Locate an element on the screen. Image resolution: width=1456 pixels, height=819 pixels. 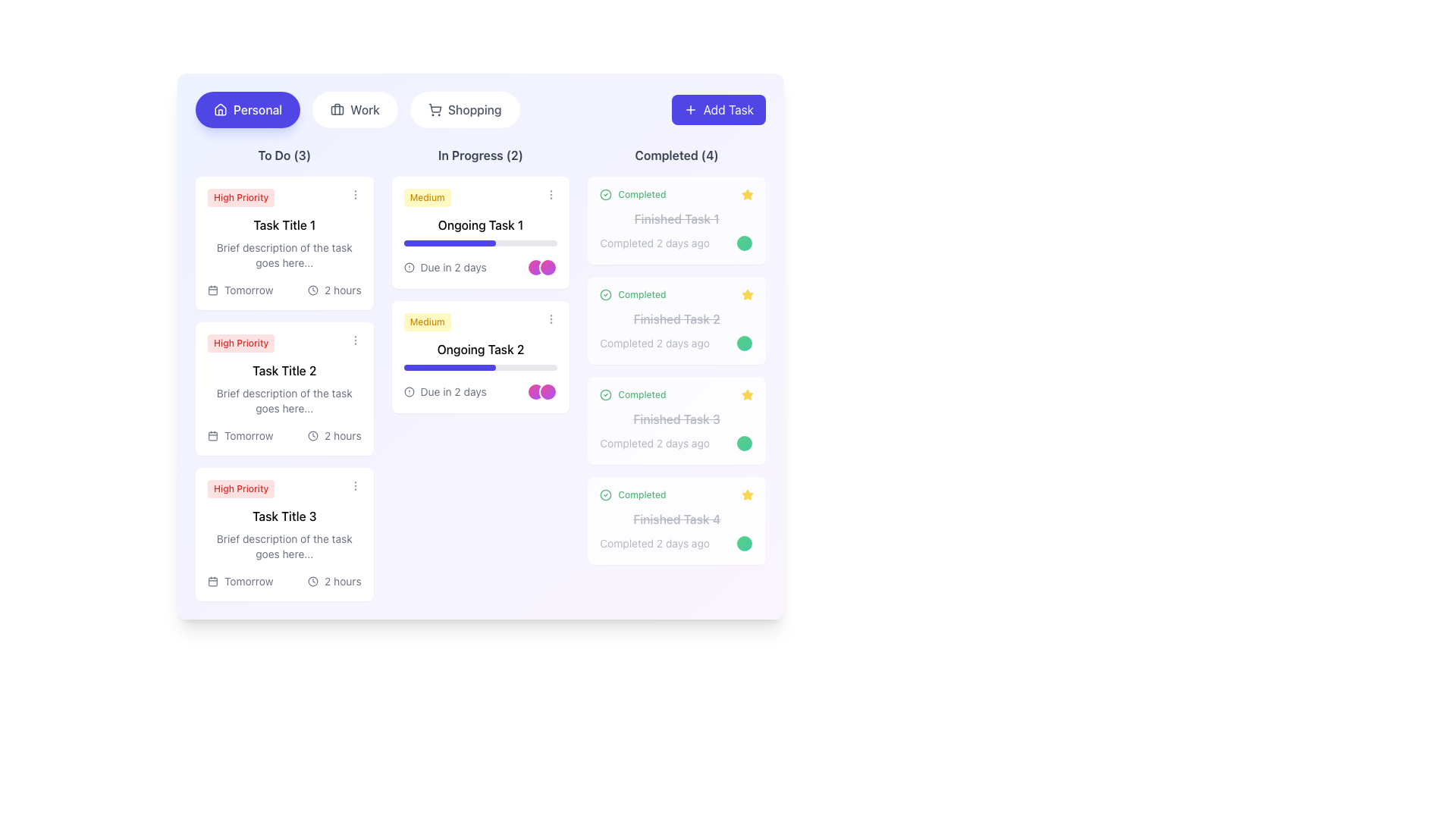
the static text element that indicates the time elapsed since the completion of 'Finished Task 3', located at the bottom of the 'Completed' column under the card labeled 'Finished Task 3' is located at coordinates (676, 444).